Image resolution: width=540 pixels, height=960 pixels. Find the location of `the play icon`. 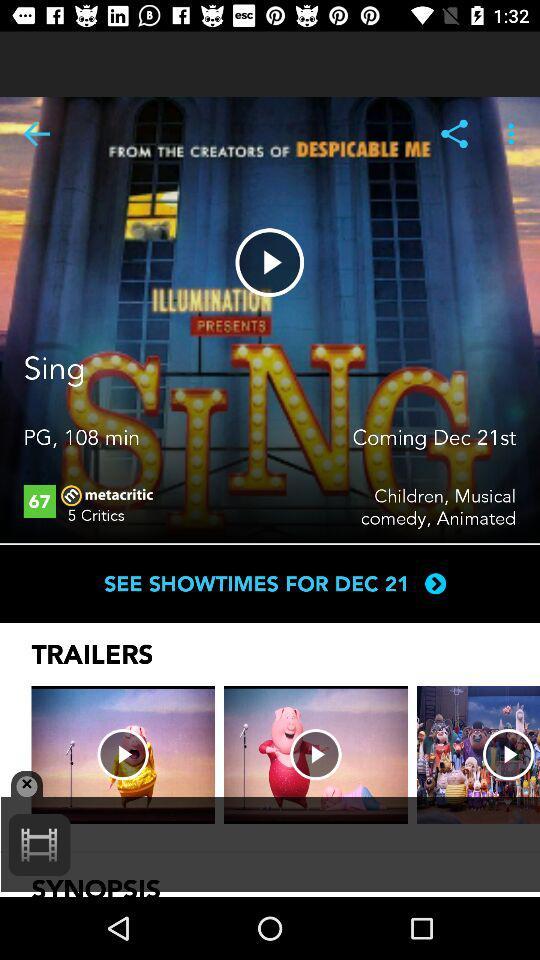

the play icon is located at coordinates (269, 261).